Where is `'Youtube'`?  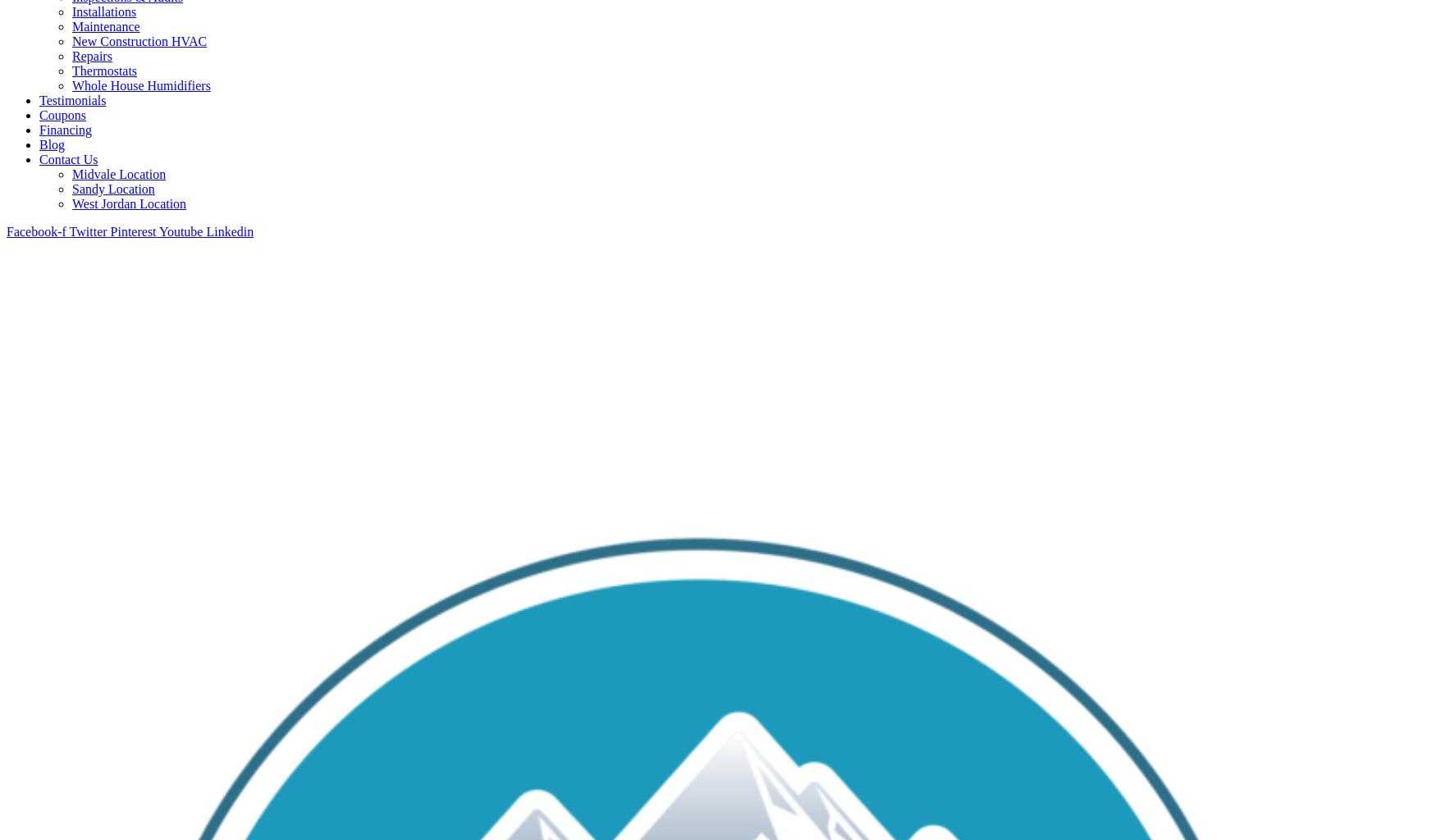 'Youtube' is located at coordinates (181, 231).